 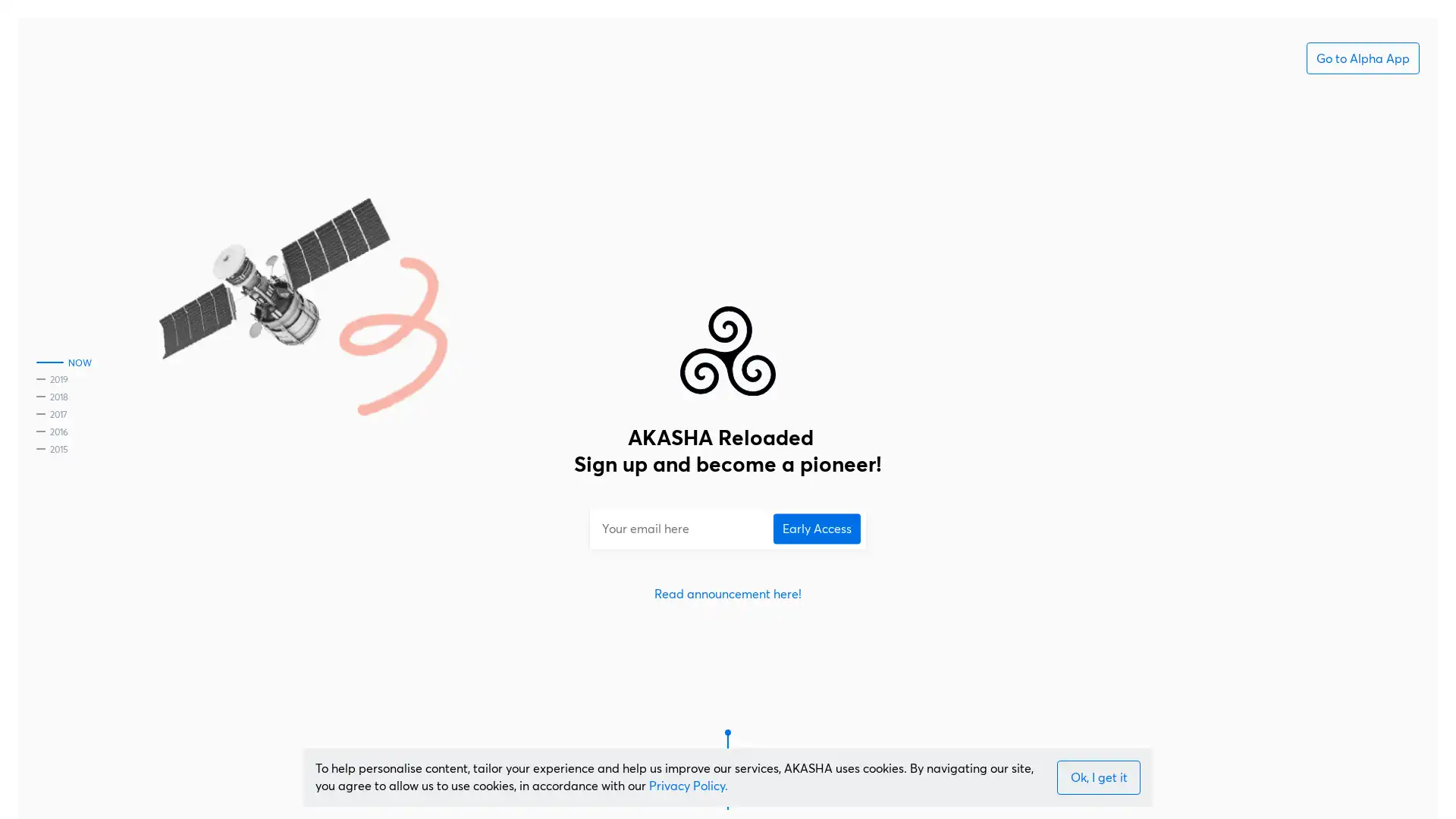 What do you see at coordinates (52, 397) in the screenshot?
I see `2018` at bounding box center [52, 397].